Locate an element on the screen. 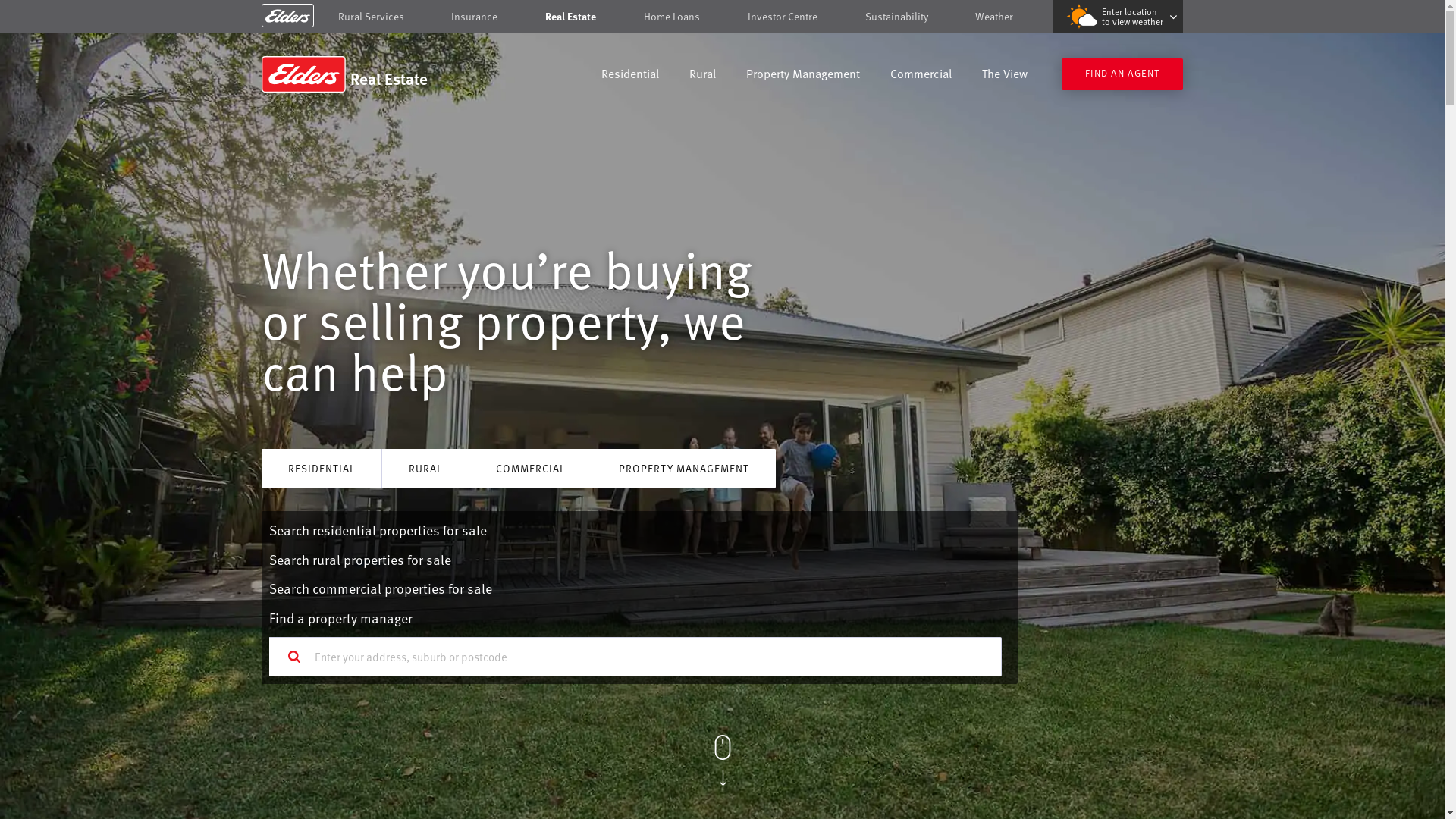  'Sustainability' is located at coordinates (896, 16).